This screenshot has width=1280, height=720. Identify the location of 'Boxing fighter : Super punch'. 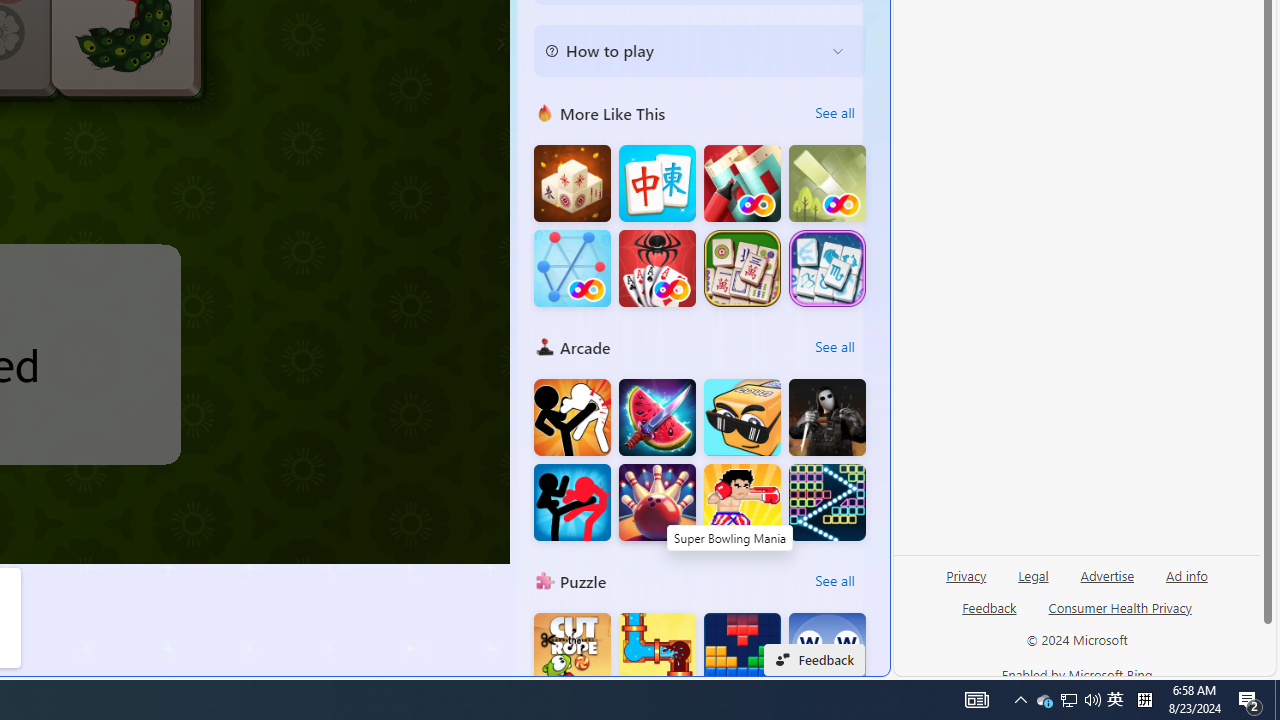
(741, 501).